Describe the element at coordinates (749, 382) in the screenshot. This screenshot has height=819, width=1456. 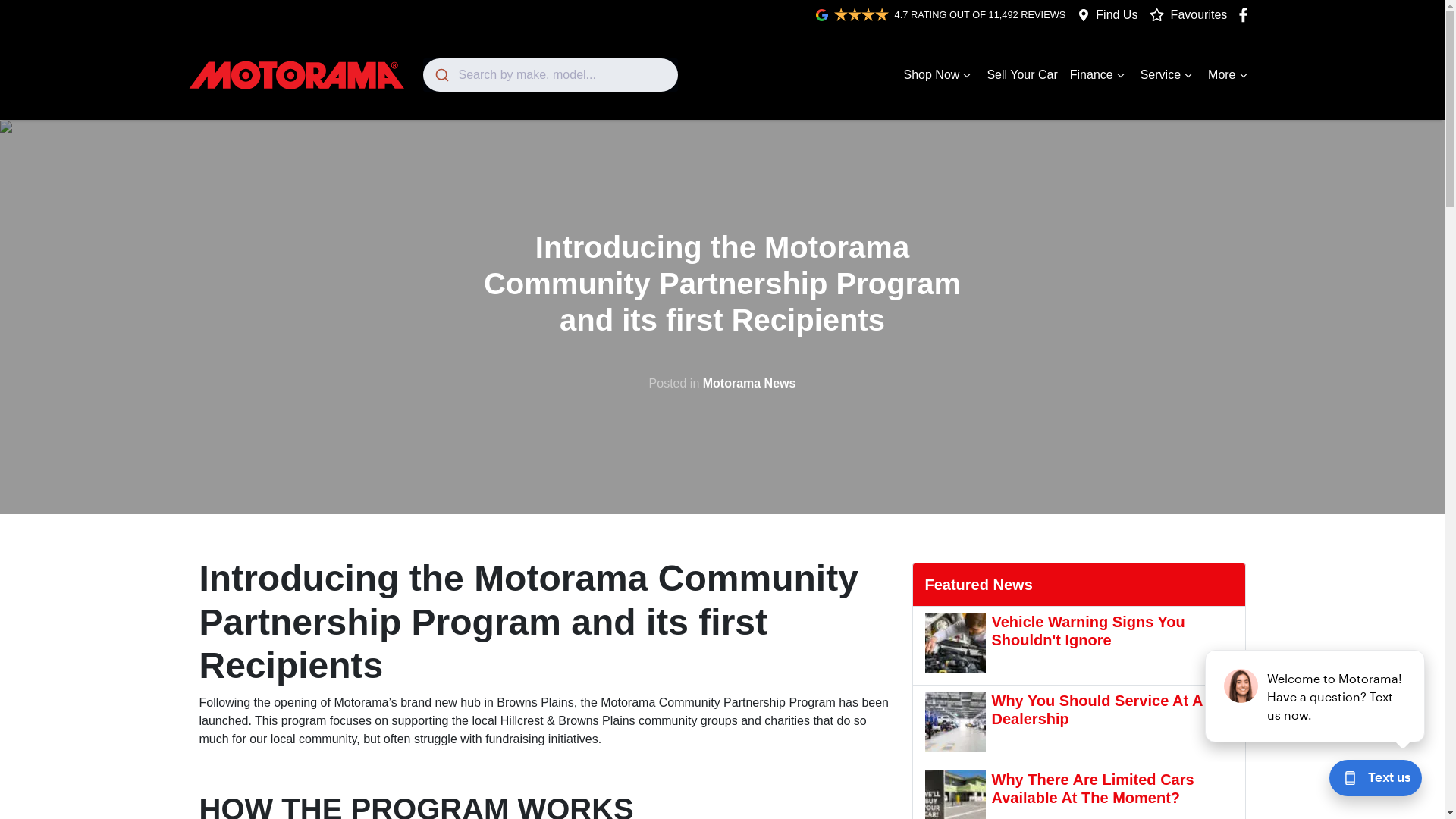
I see `'Motorama News'` at that location.